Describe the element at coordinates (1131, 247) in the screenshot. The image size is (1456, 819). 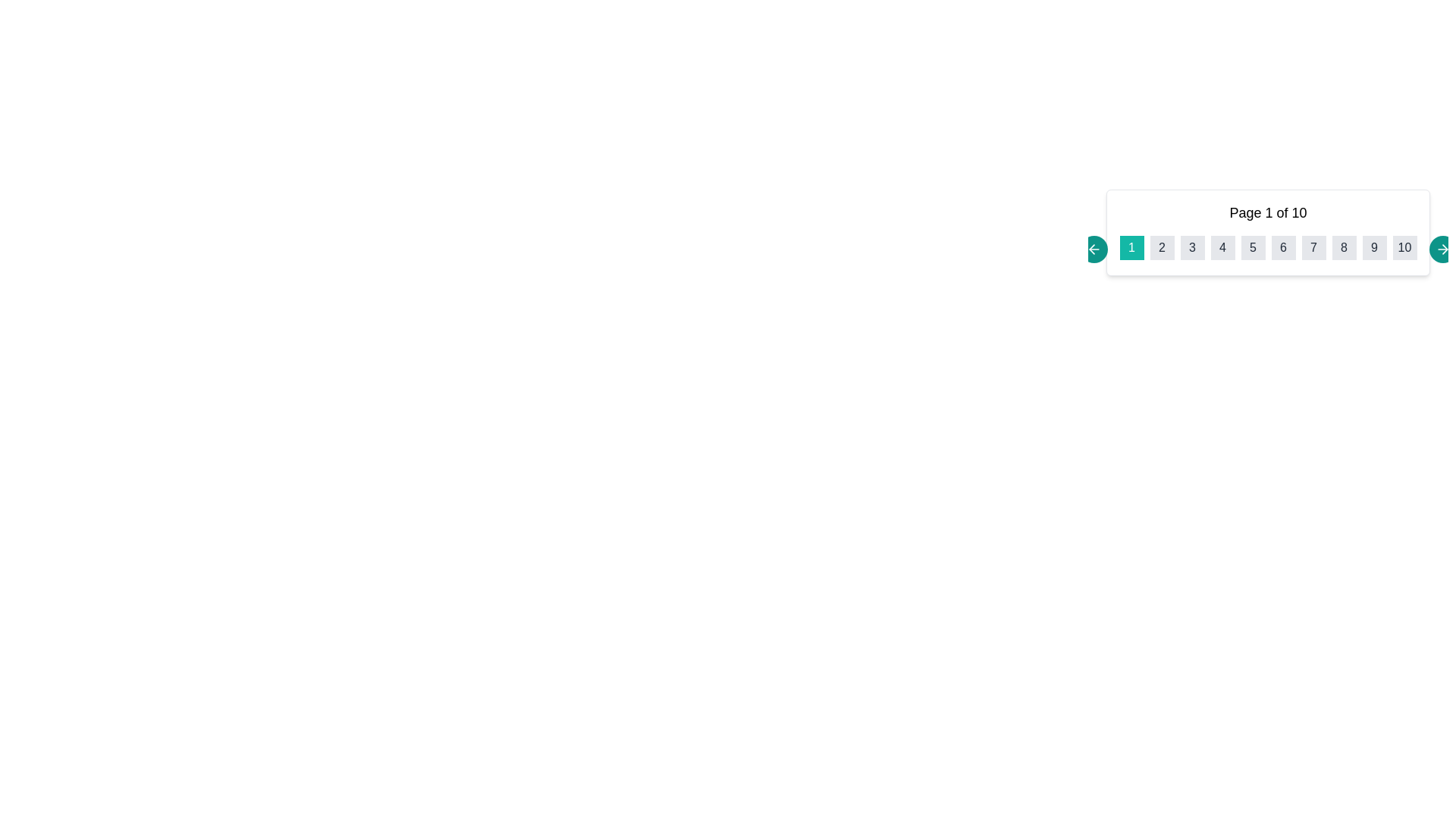
I see `the first button in the pagination control` at that location.